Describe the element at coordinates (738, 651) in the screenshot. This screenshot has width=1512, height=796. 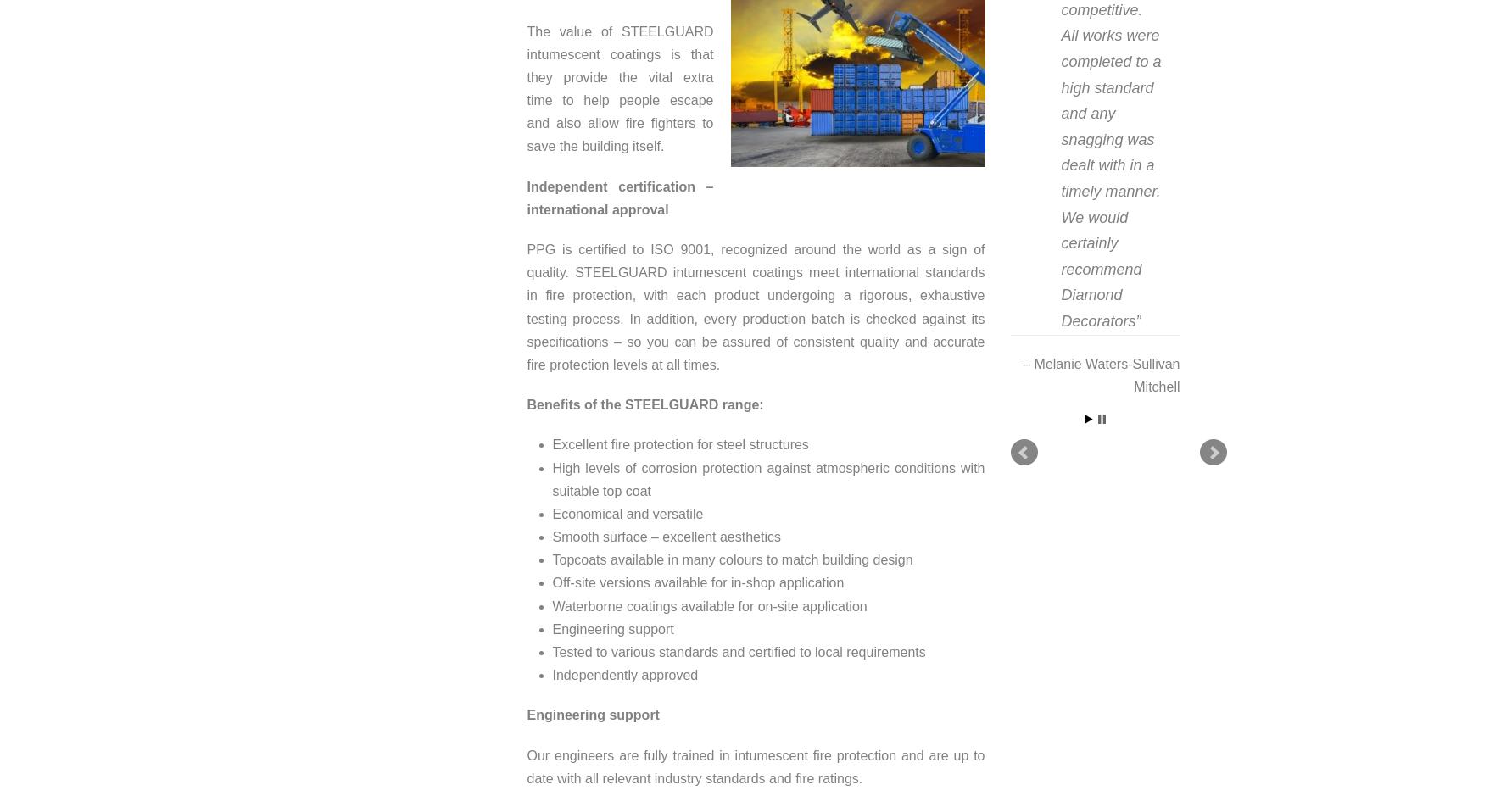
I see `'Tested to various standards and certified to local requirements'` at that location.